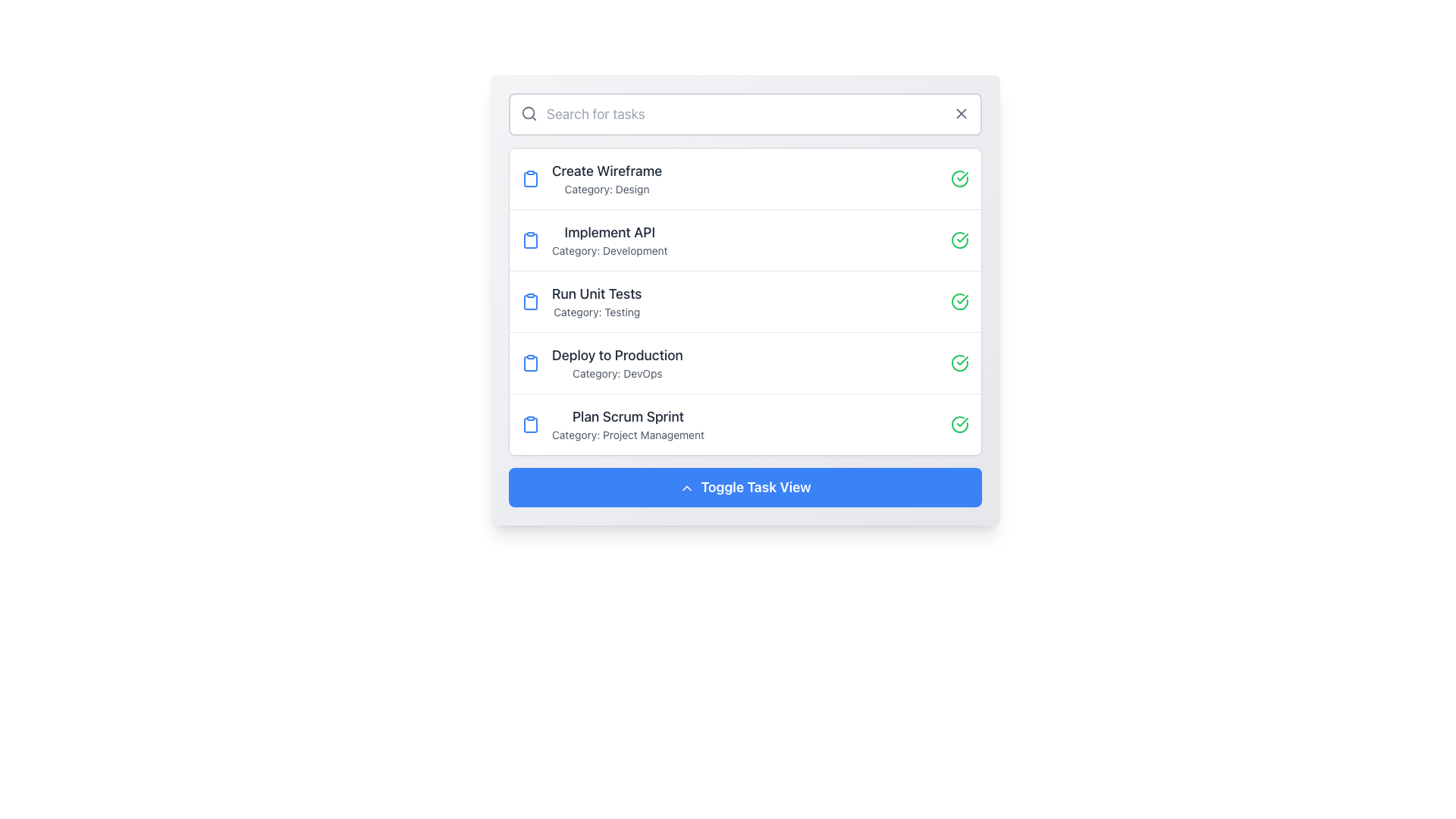 The image size is (1456, 819). What do you see at coordinates (607, 177) in the screenshot?
I see `the task item titled 'Create Wireframe'` at bounding box center [607, 177].